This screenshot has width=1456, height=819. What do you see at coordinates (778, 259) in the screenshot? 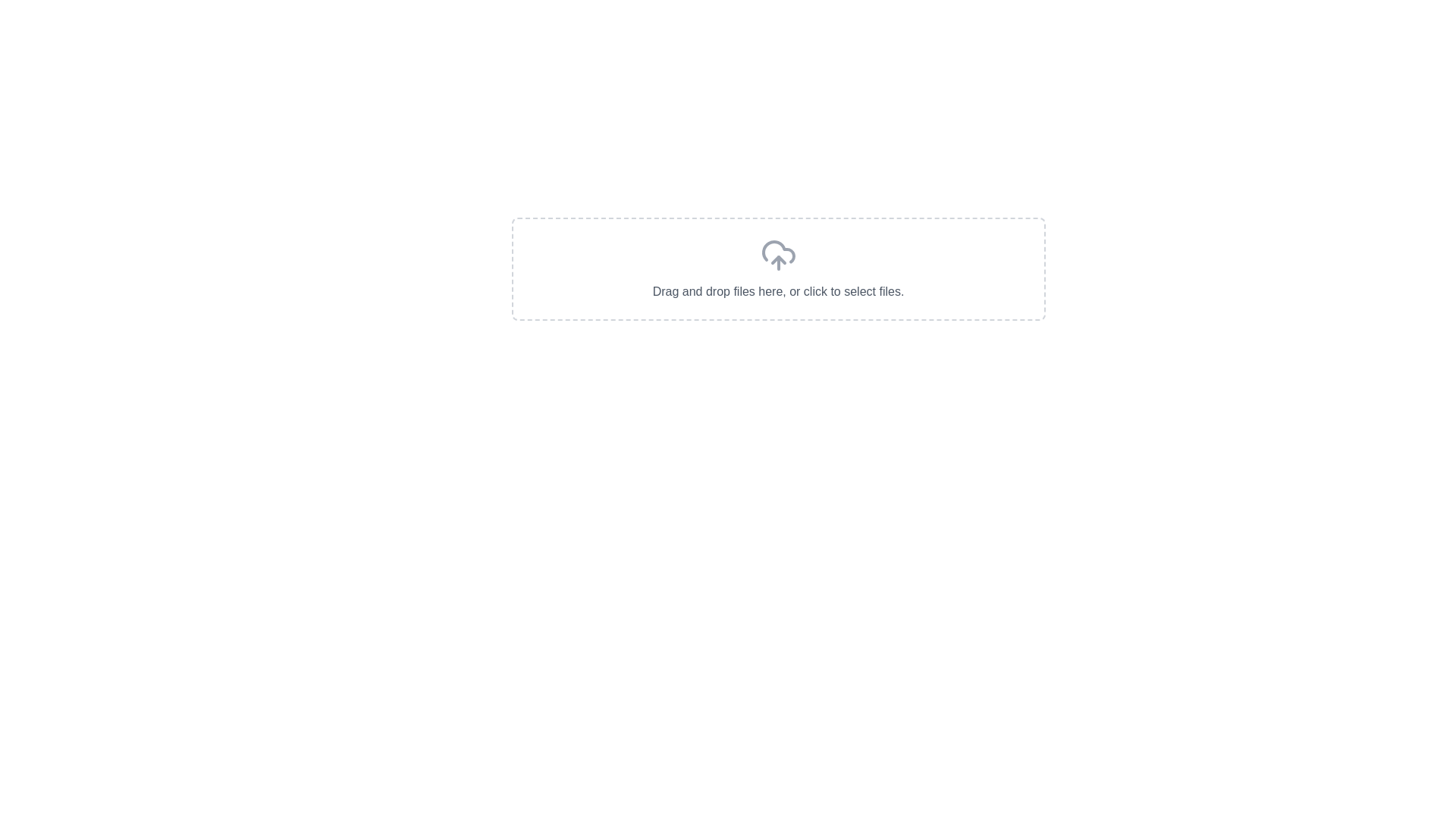
I see `the upload action graphical icon represented by a cloud and an upward arrow, located at the bottom center of the cloud` at bounding box center [778, 259].